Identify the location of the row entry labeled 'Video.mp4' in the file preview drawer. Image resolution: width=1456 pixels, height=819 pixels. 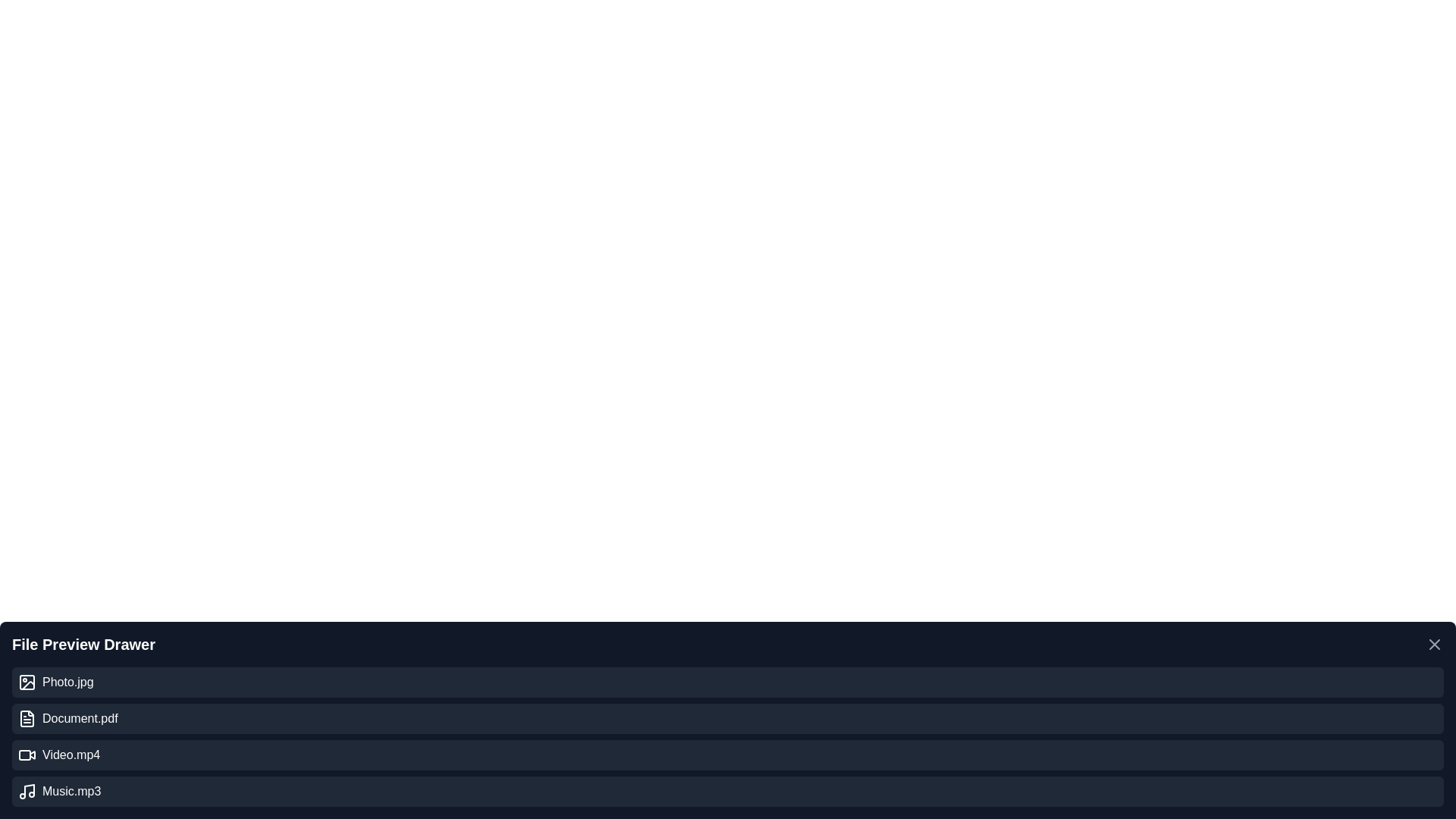
(728, 755).